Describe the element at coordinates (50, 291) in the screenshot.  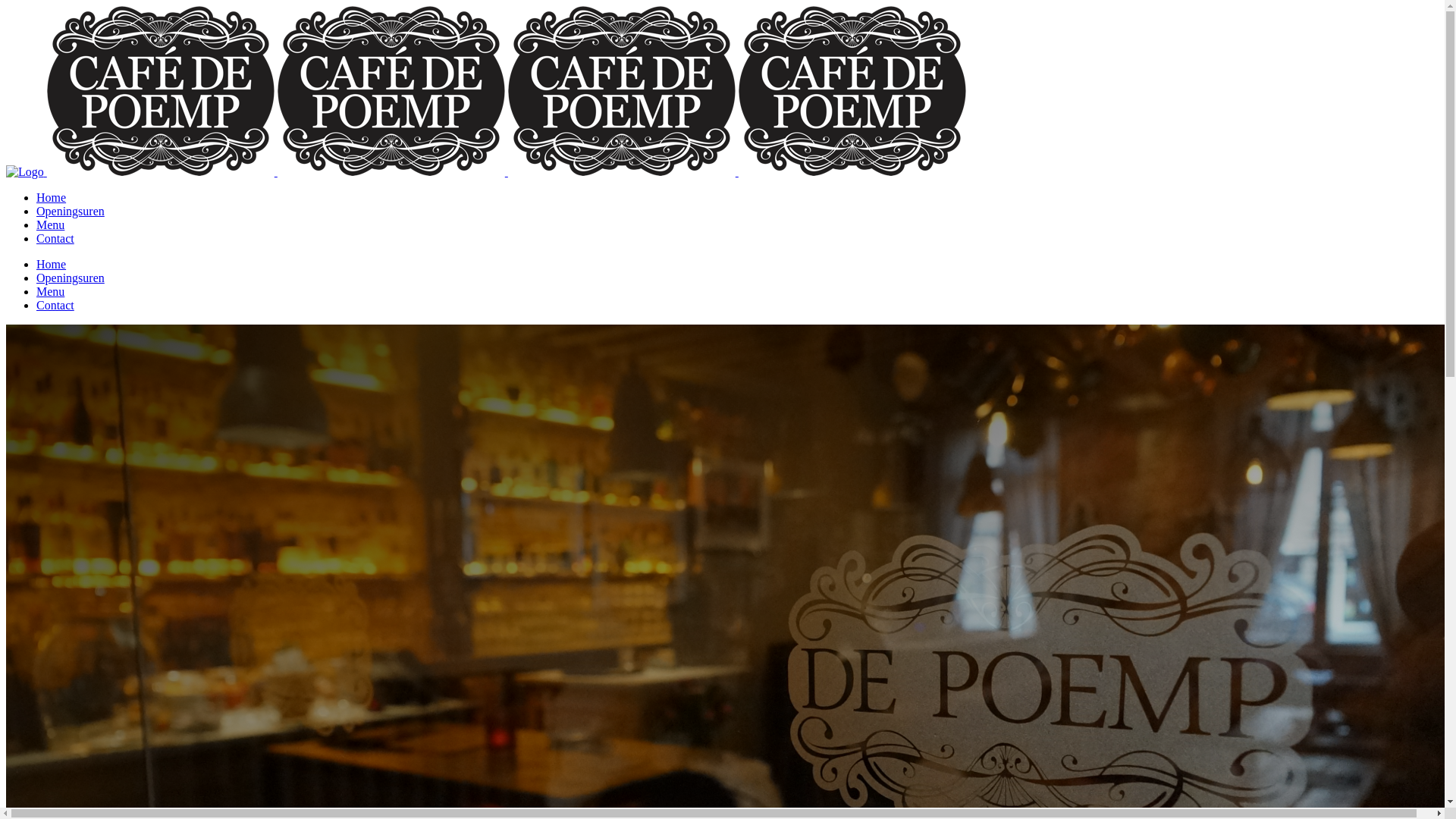
I see `'Menu'` at that location.